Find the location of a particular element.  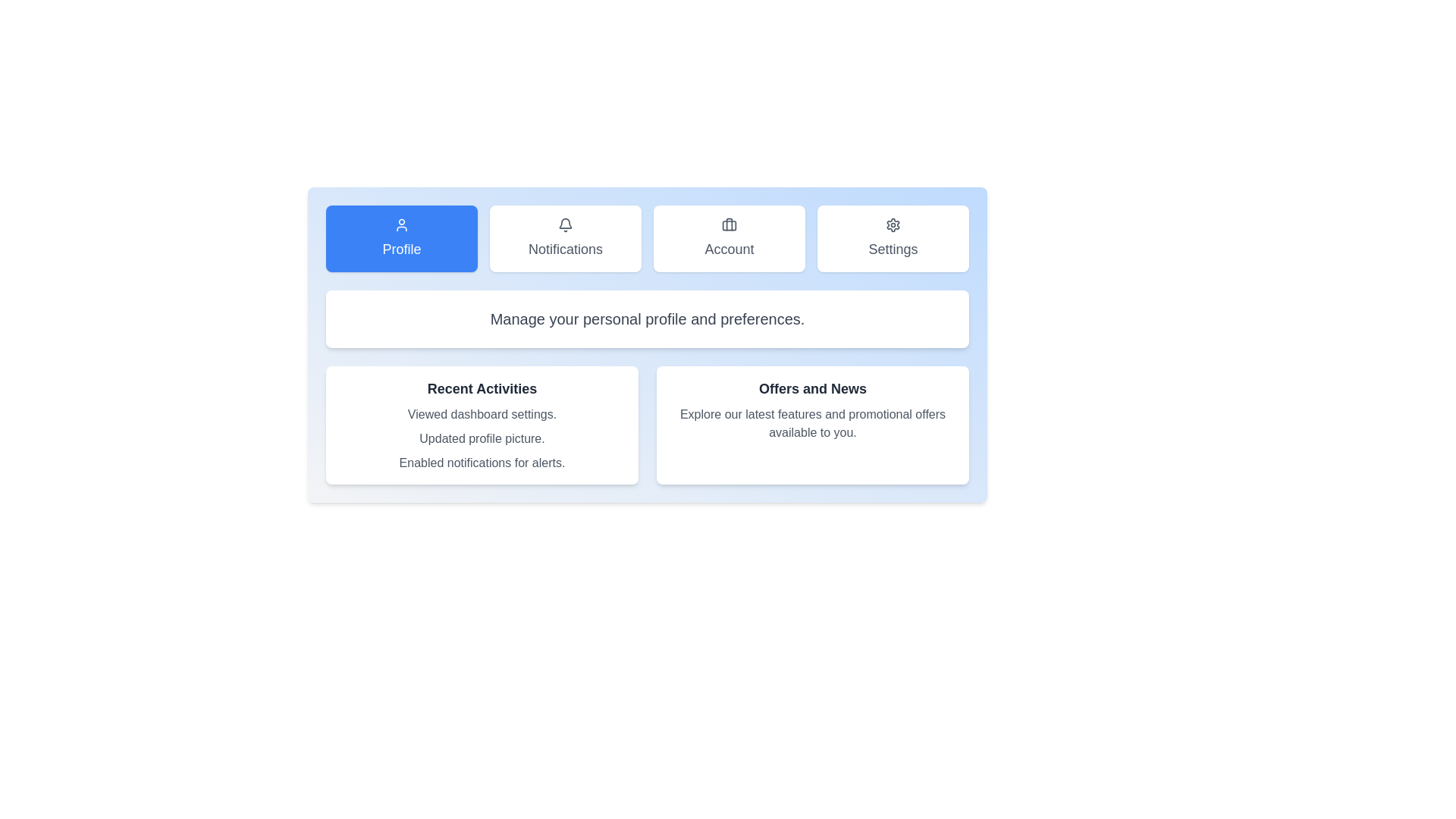

the text element displaying 'Recent Activities', which is styled in bold, dark-gray font, to trigger tooltips or popups is located at coordinates (481, 388).